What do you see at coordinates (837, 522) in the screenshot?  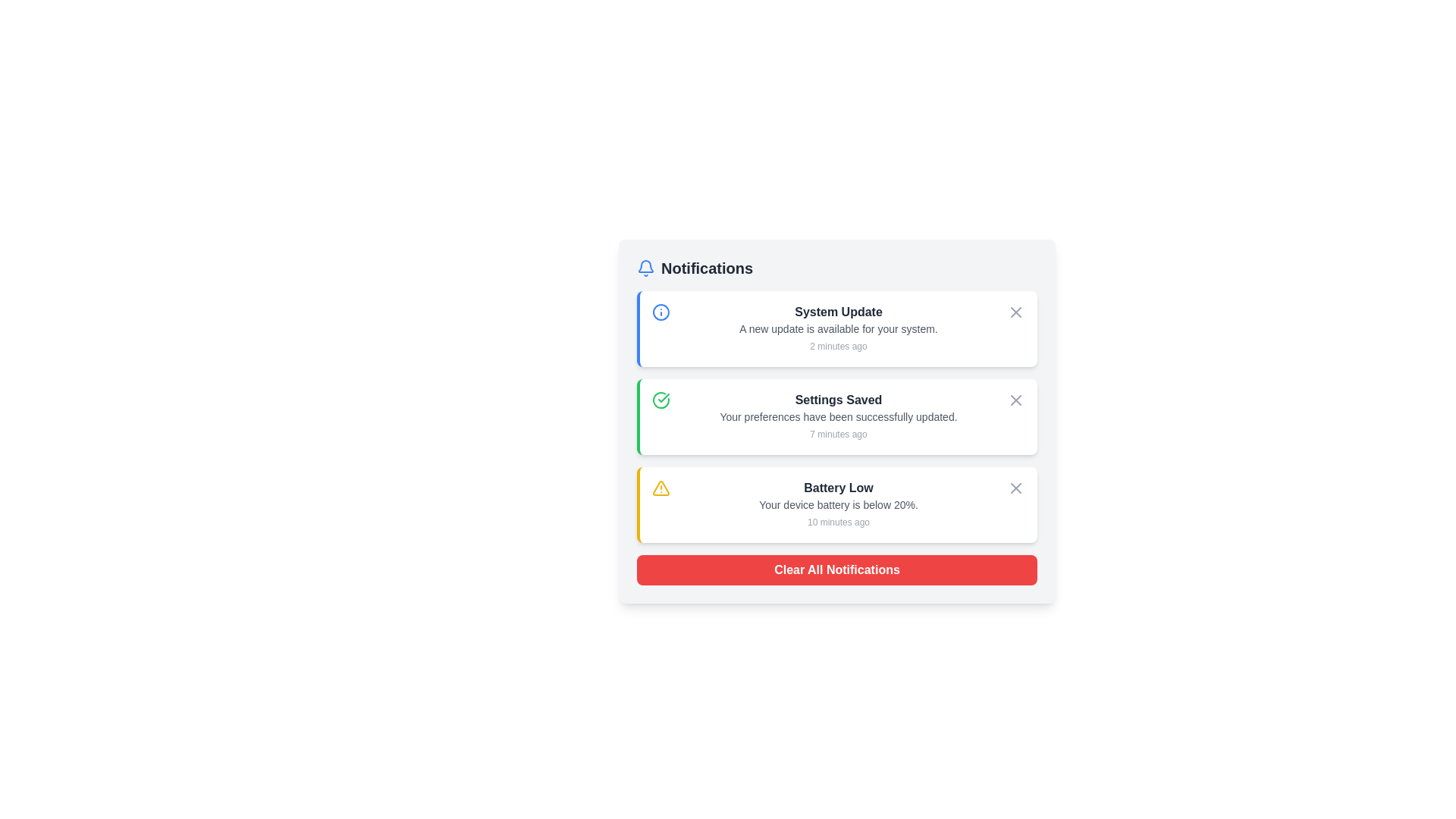 I see `the text content of the '10 minutes ago' timestamp located at the bottom-right corner of the 'Battery Low' notification card` at bounding box center [837, 522].